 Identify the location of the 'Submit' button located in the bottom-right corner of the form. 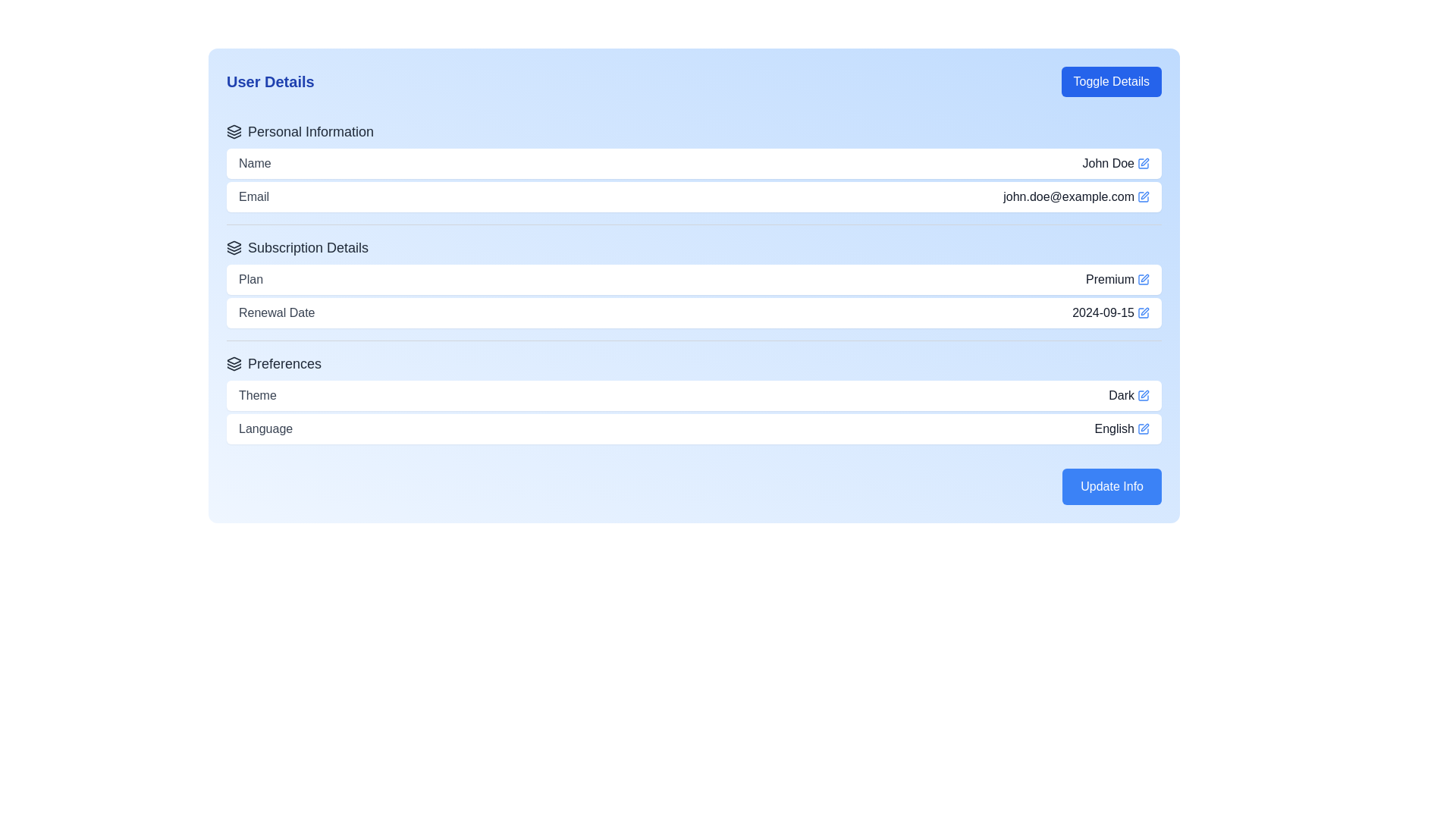
(1112, 486).